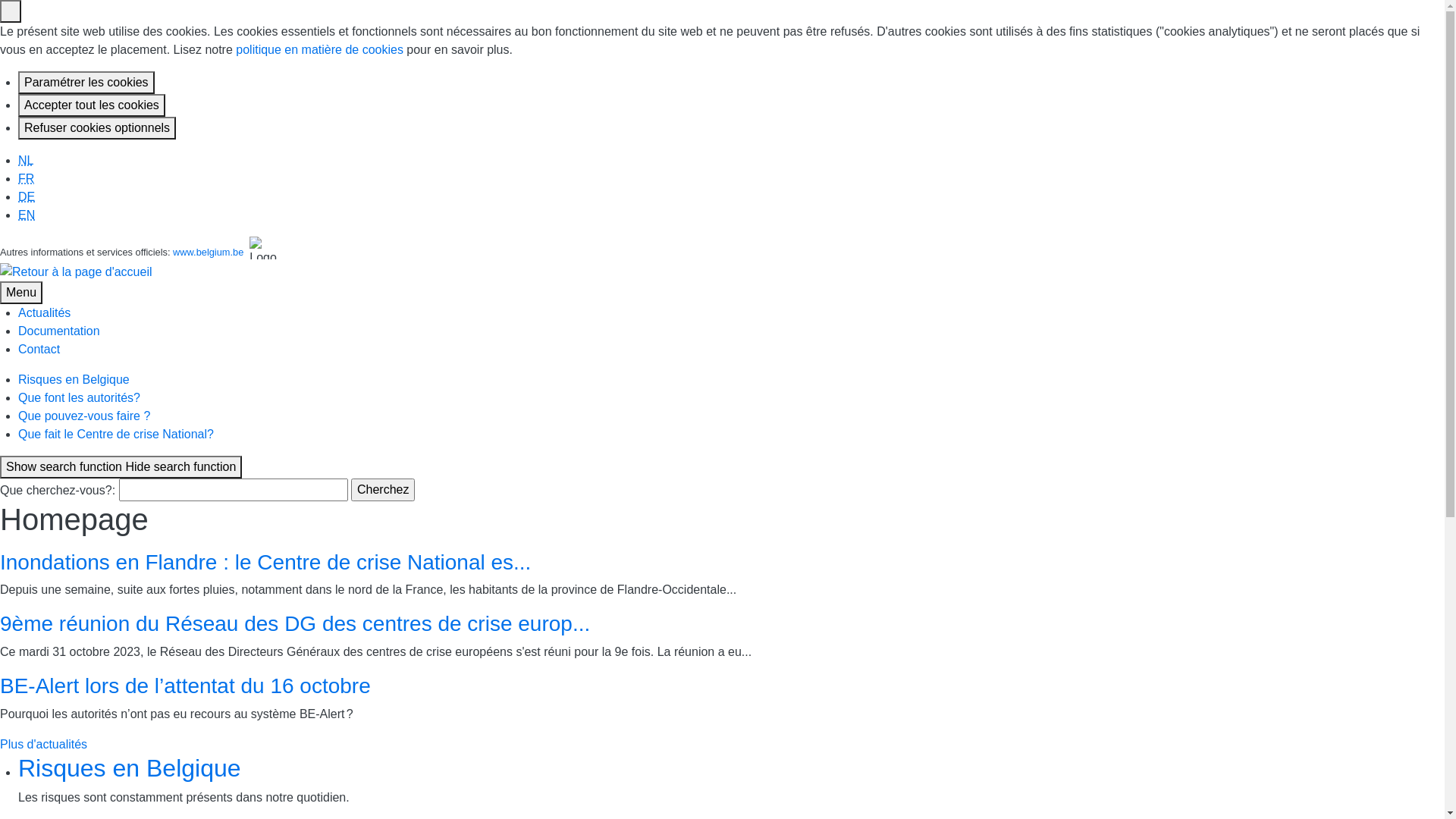  What do you see at coordinates (25, 160) in the screenshot?
I see `'NL'` at bounding box center [25, 160].